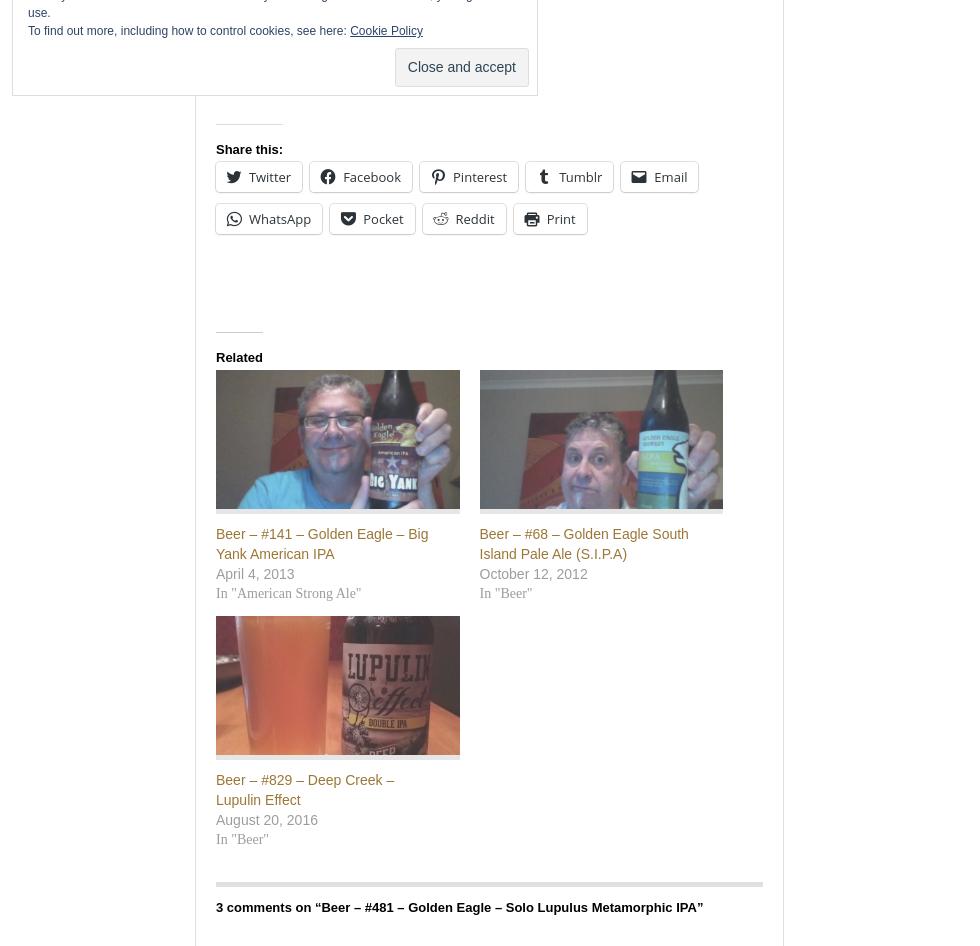 The height and width of the screenshot is (946, 980). I want to click on 'Email', so click(670, 176).